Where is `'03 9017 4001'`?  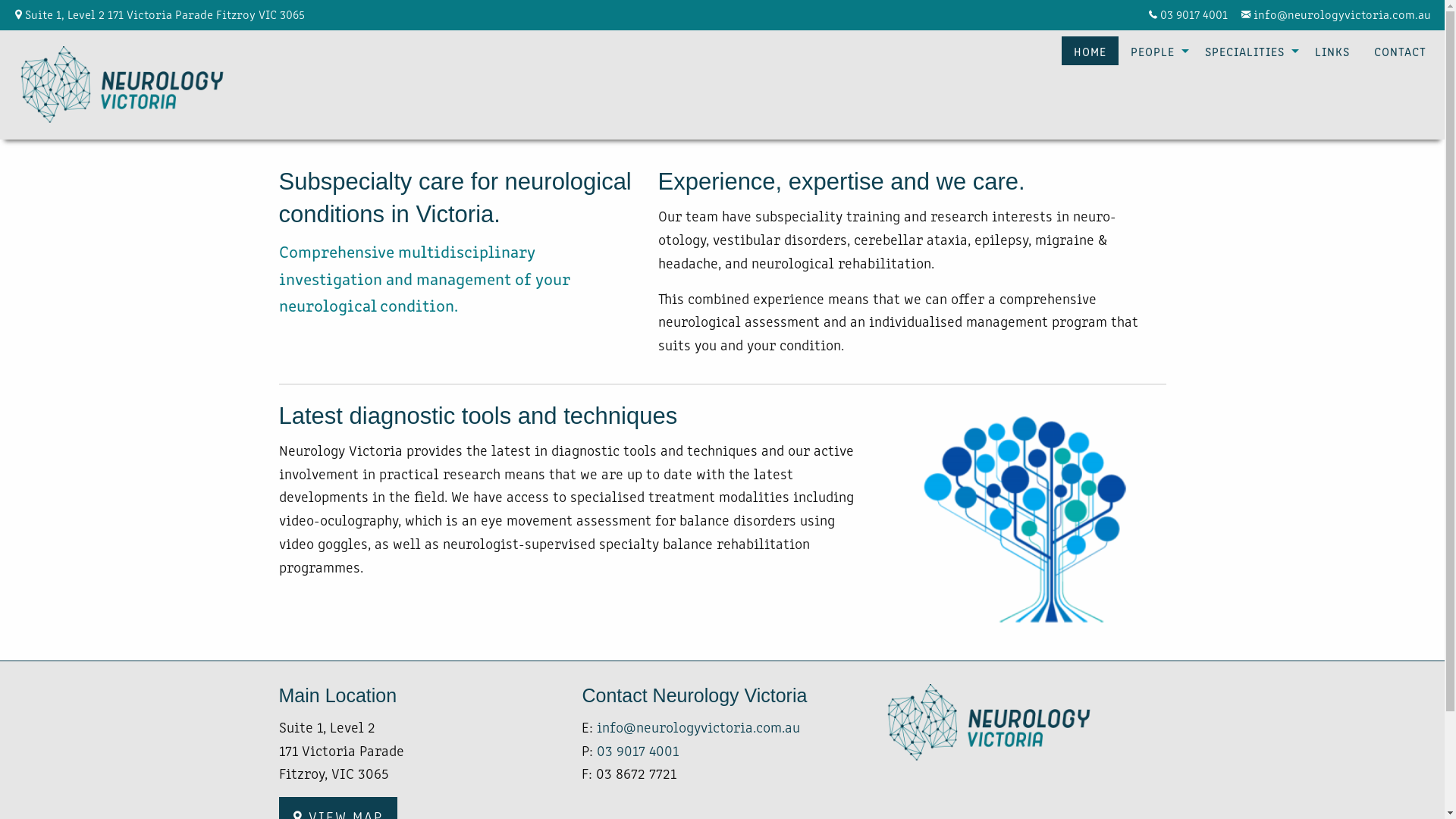
'03 9017 4001' is located at coordinates (1149, 14).